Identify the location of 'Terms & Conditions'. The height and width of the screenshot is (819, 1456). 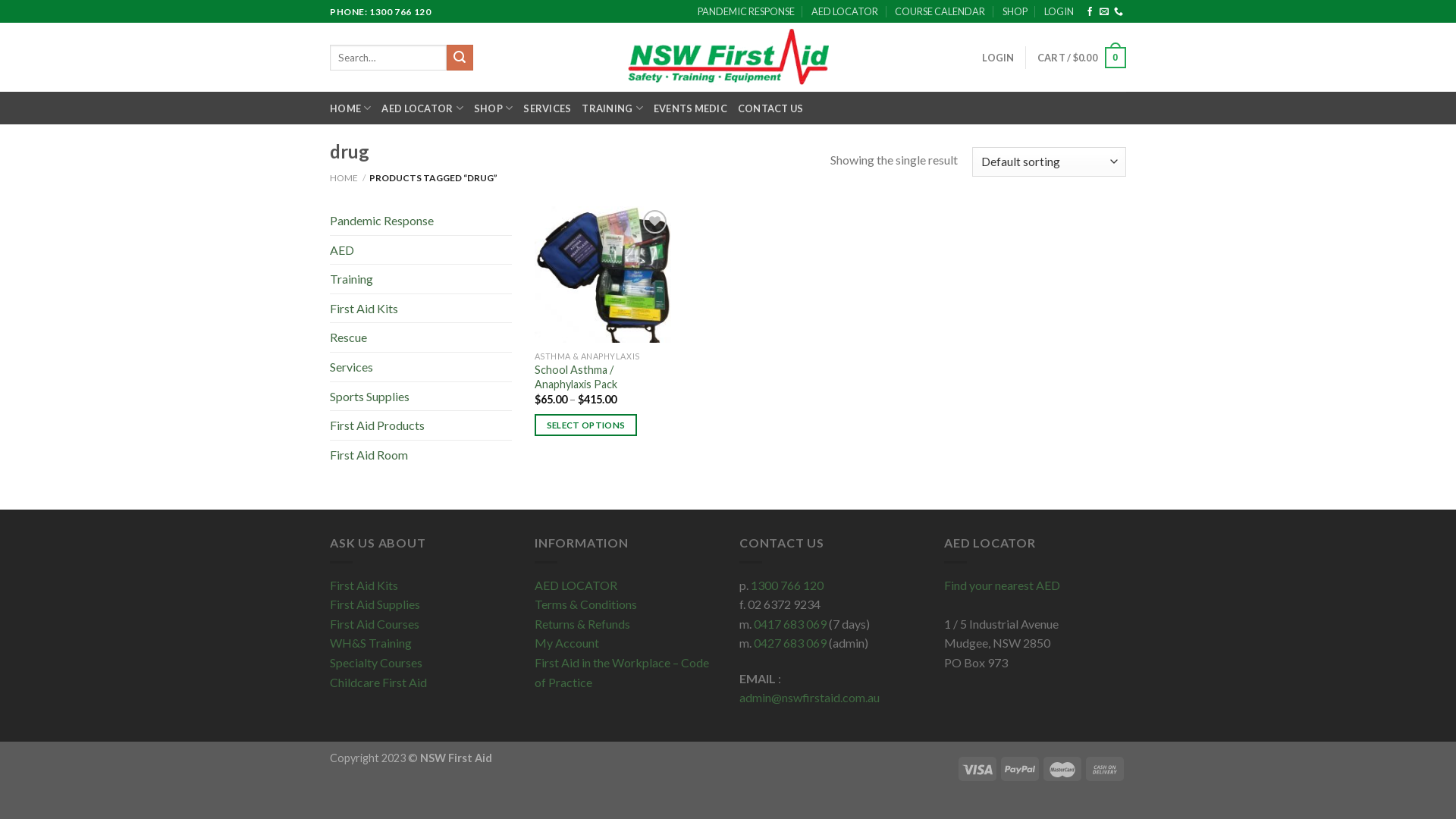
(585, 603).